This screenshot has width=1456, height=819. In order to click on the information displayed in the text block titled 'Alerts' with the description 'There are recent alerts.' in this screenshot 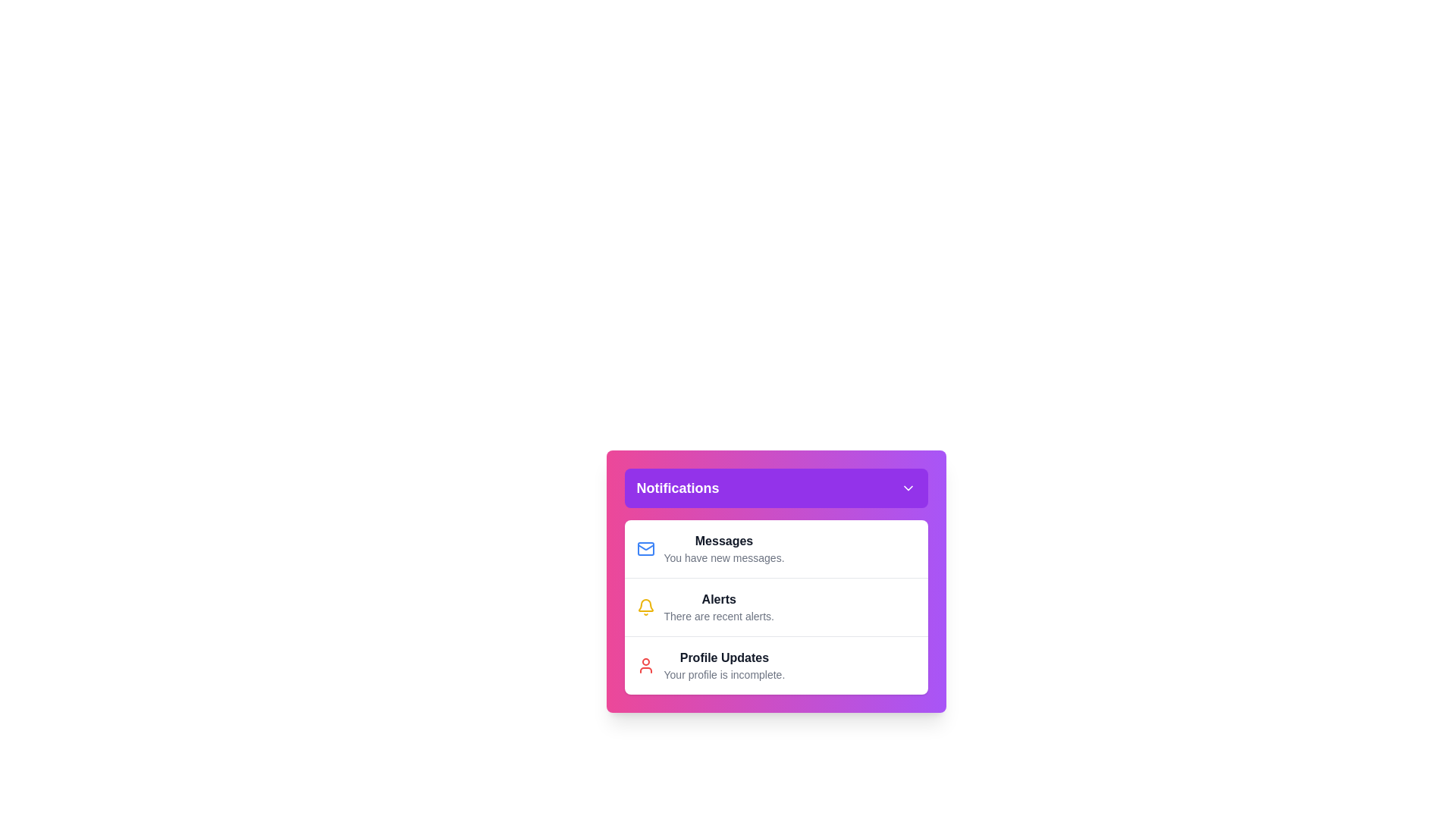, I will do `click(718, 607)`.